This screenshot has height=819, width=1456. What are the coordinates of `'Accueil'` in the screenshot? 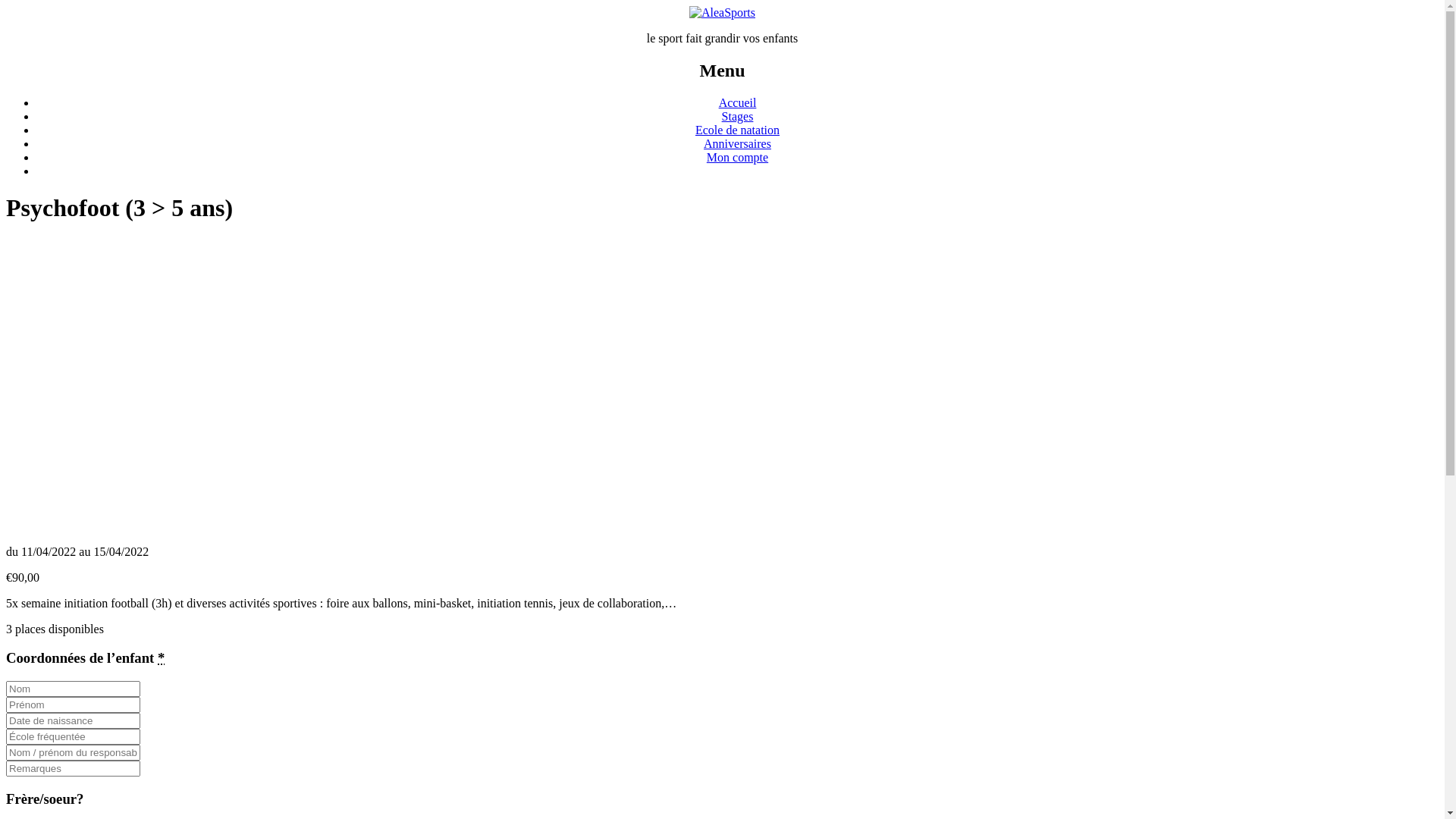 It's located at (738, 102).